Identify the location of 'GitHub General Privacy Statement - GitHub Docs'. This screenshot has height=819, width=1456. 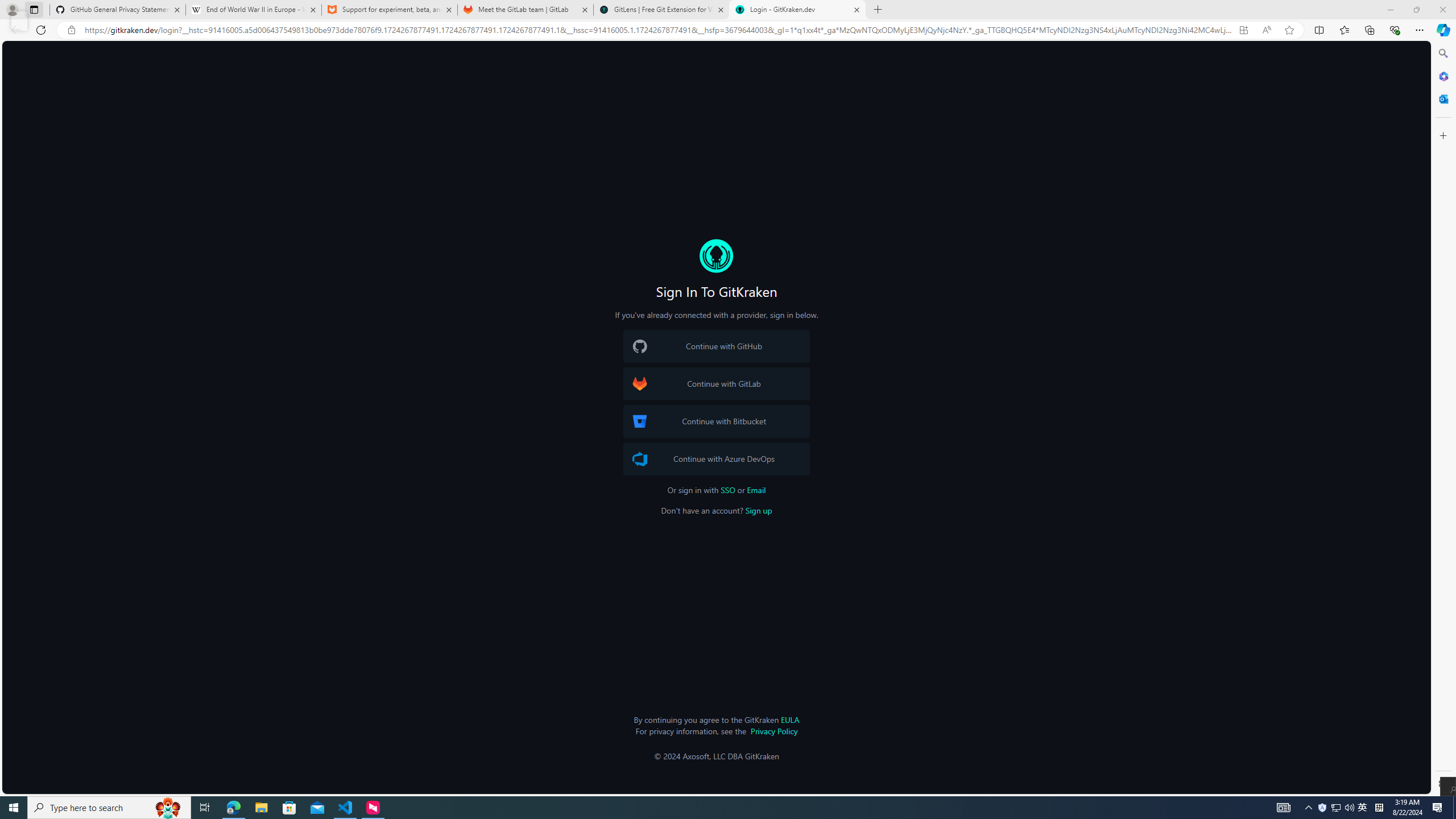
(118, 9).